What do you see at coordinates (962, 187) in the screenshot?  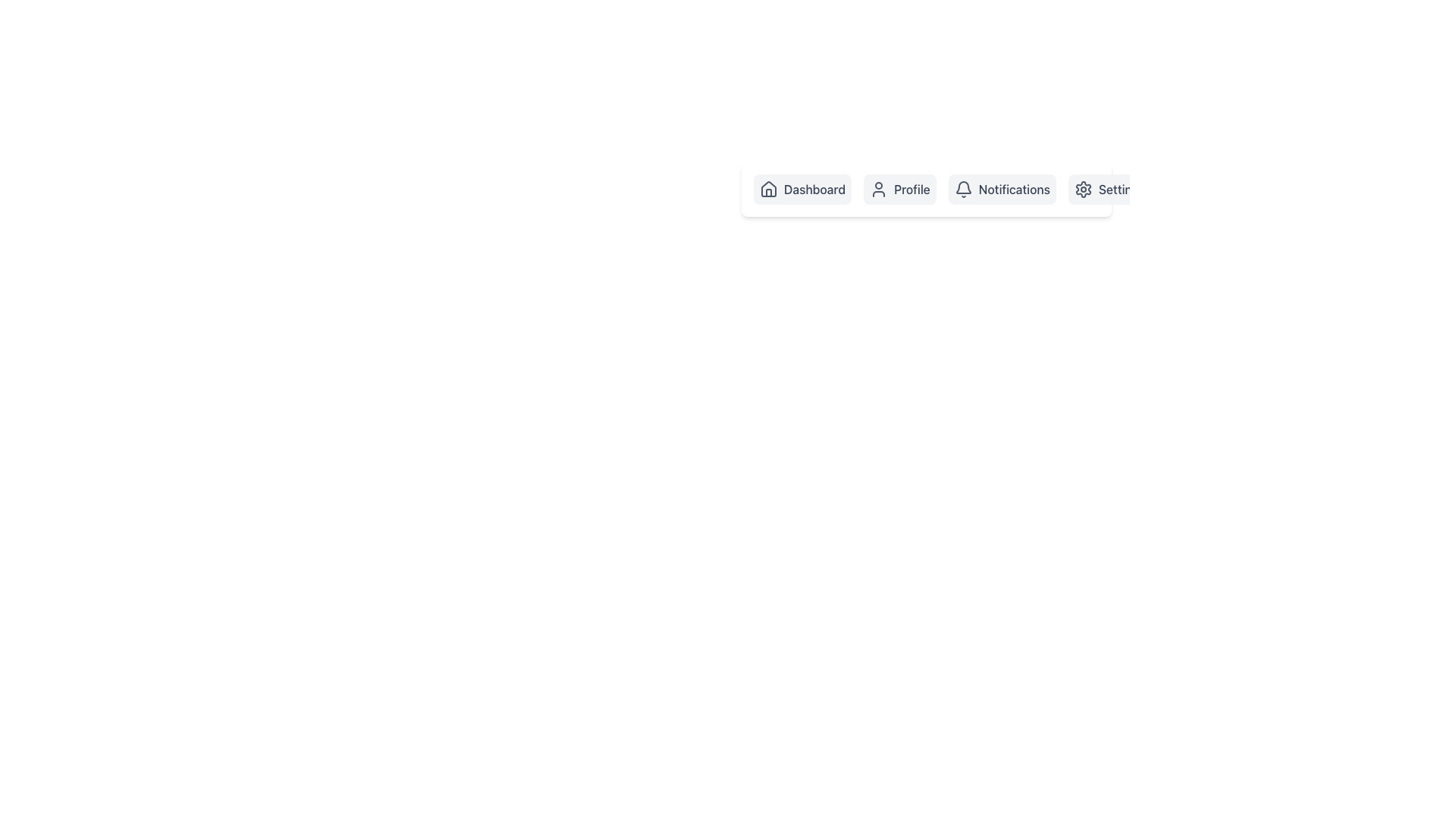 I see `the central part of the bell-shaped icon located in the navigation bar, specifically the third option from the left` at bounding box center [962, 187].